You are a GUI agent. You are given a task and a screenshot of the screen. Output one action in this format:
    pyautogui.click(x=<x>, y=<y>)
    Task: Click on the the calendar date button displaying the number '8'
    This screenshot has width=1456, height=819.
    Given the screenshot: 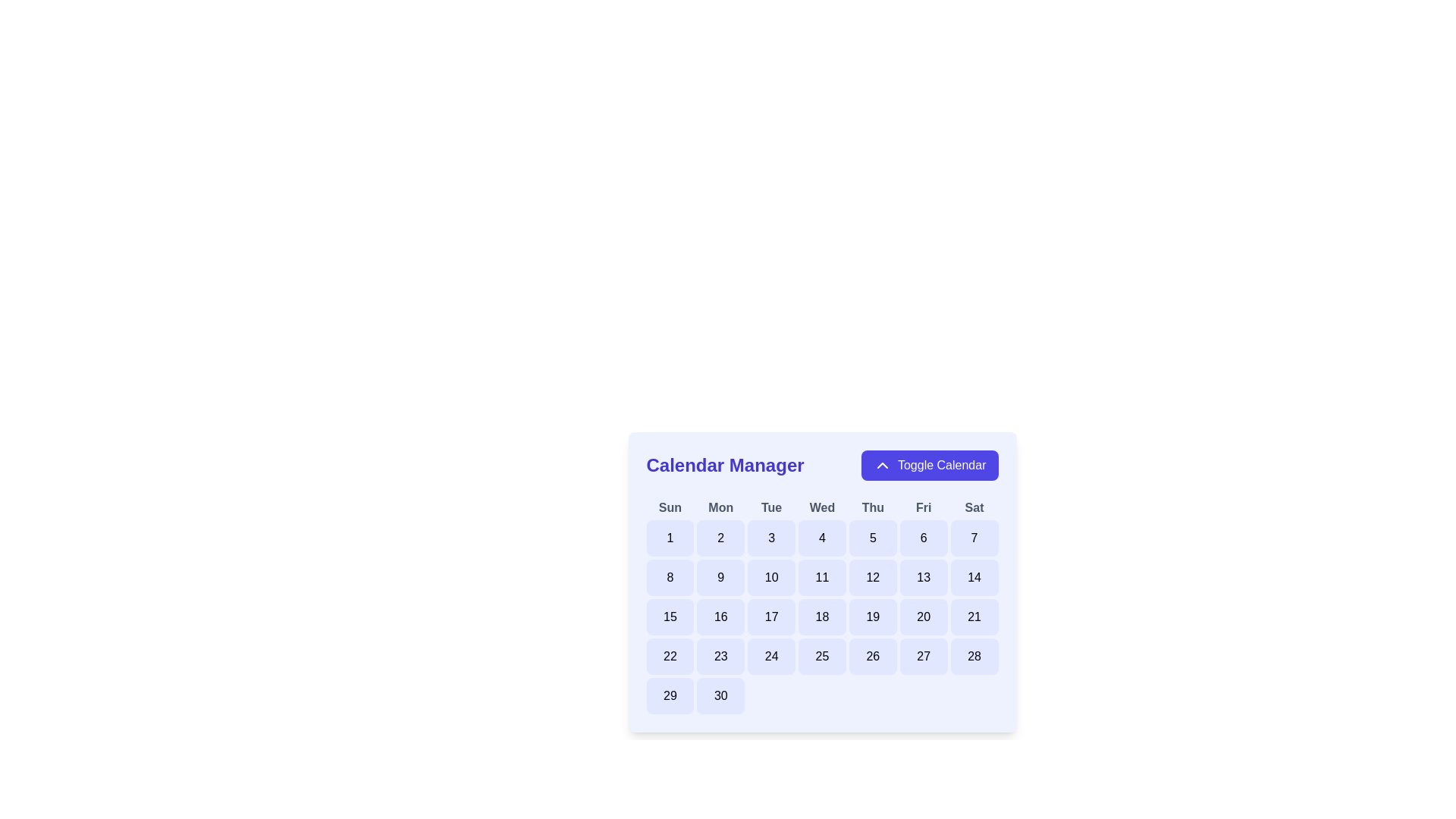 What is the action you would take?
    pyautogui.click(x=669, y=578)
    